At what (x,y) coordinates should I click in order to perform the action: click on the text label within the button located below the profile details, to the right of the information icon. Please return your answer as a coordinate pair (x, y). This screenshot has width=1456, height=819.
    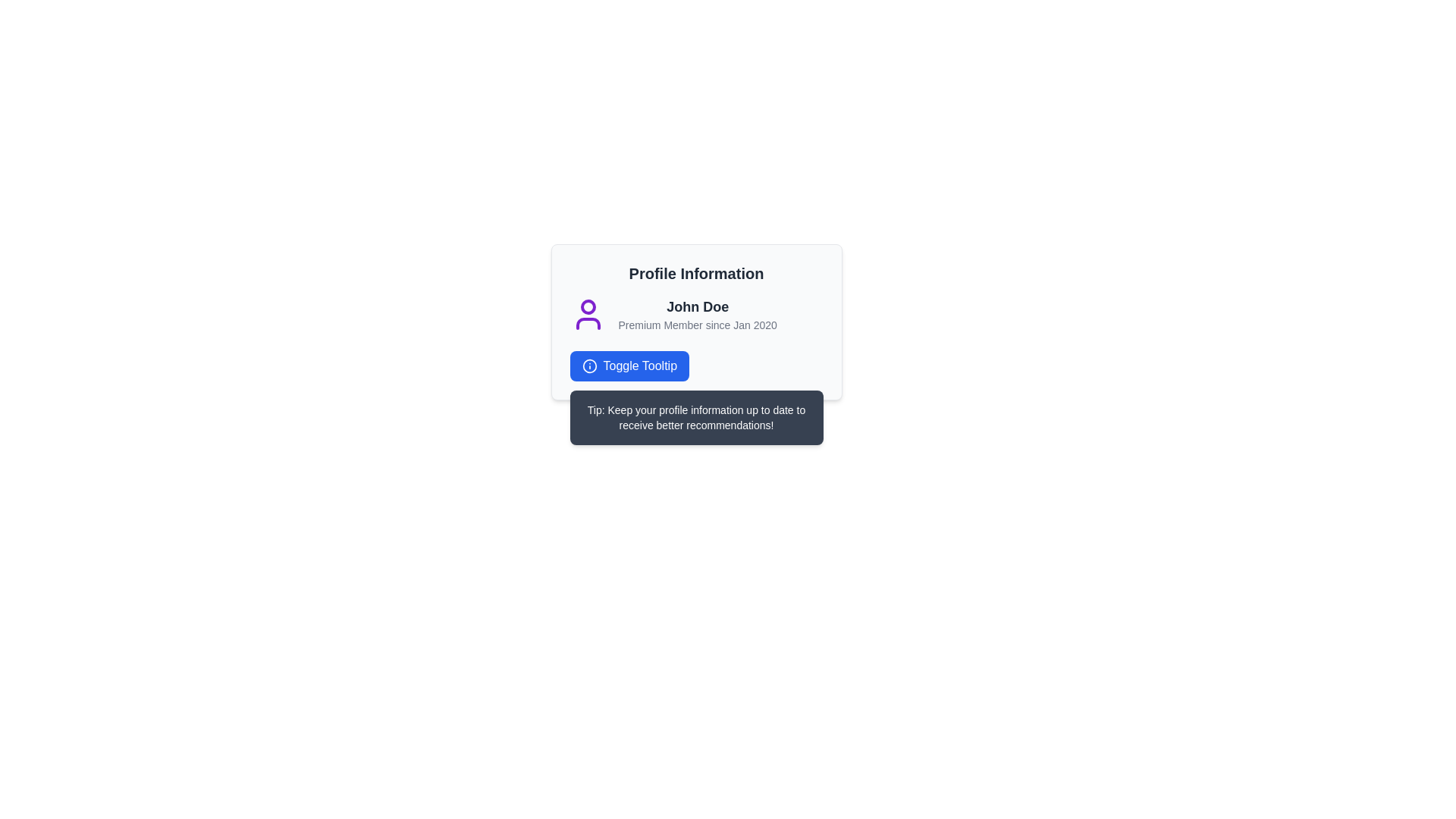
    Looking at the image, I should click on (640, 366).